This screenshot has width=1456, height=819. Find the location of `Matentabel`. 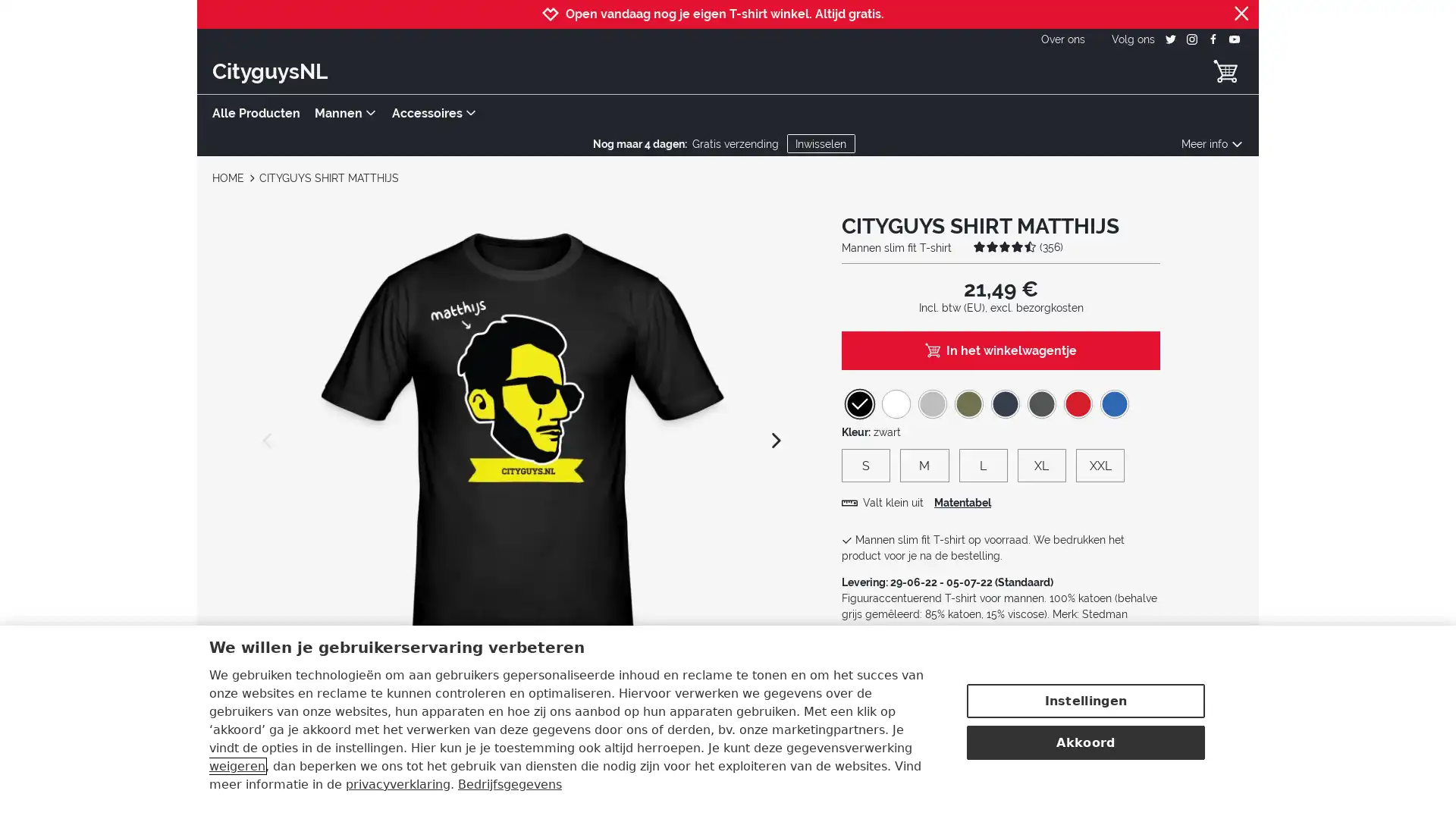

Matentabel is located at coordinates (962, 503).